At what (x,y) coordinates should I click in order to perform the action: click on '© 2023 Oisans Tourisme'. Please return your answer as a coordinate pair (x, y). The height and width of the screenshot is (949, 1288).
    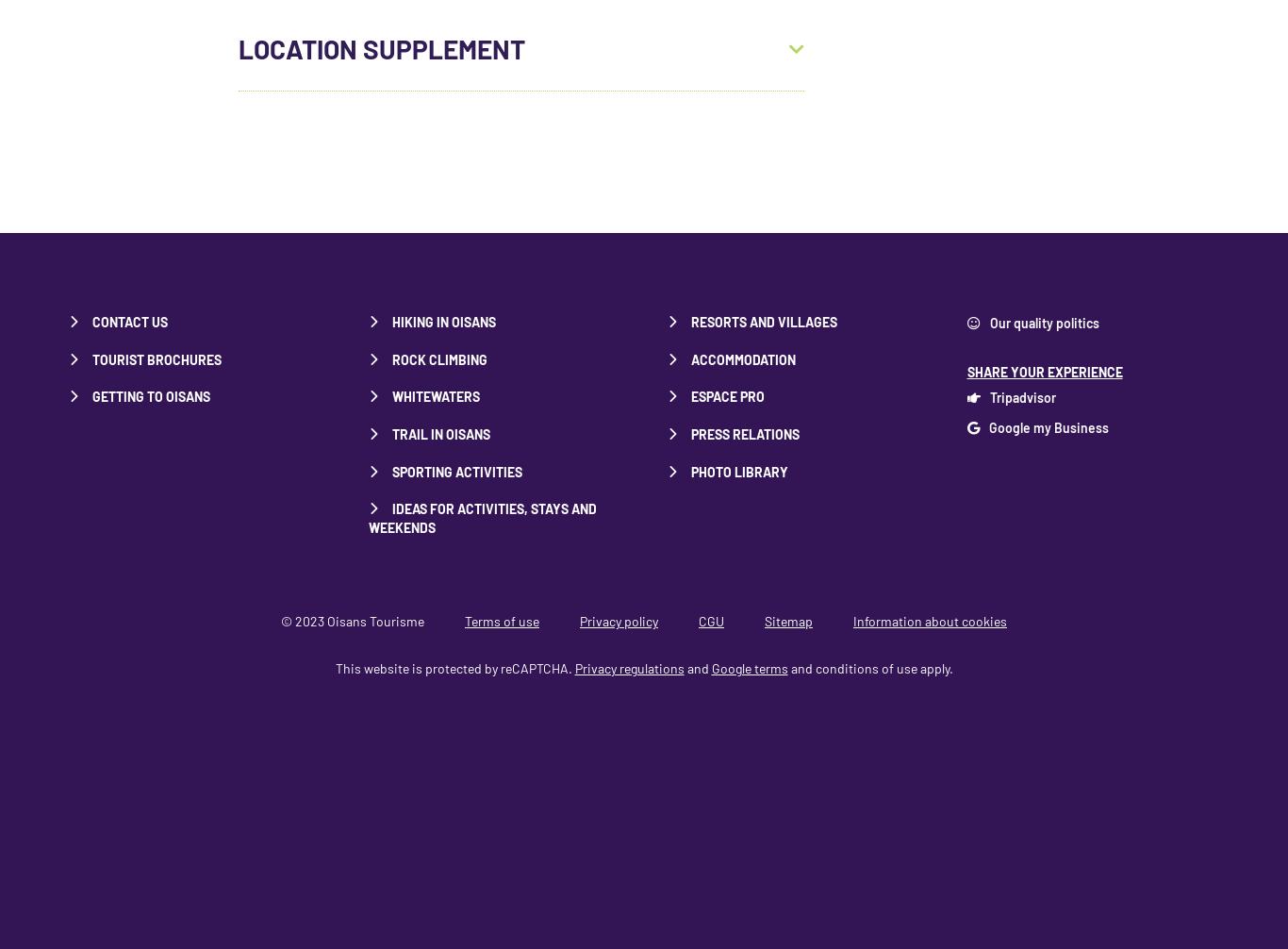
    Looking at the image, I should click on (352, 621).